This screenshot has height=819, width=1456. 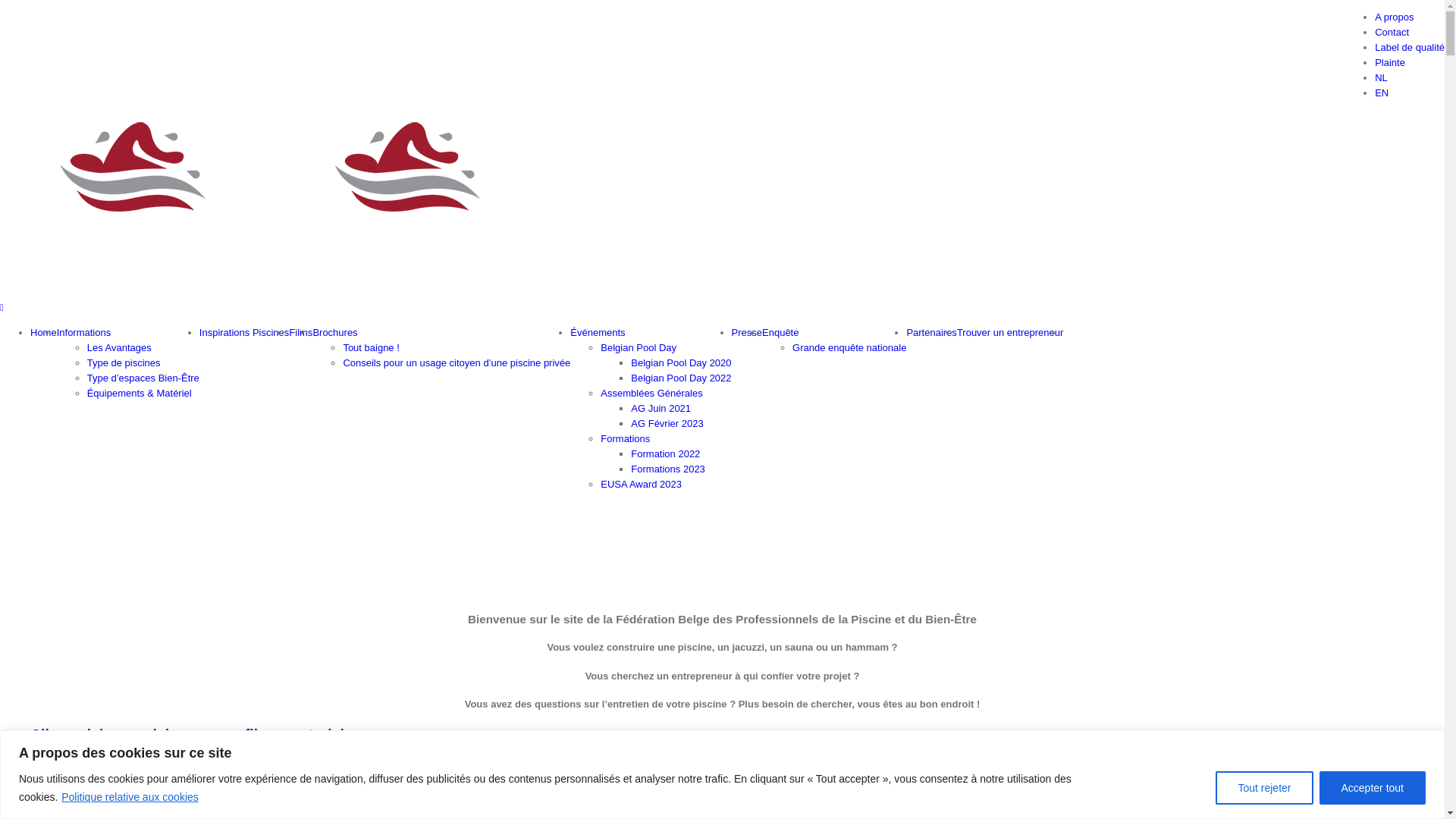 I want to click on 'Brochures', so click(x=334, y=331).